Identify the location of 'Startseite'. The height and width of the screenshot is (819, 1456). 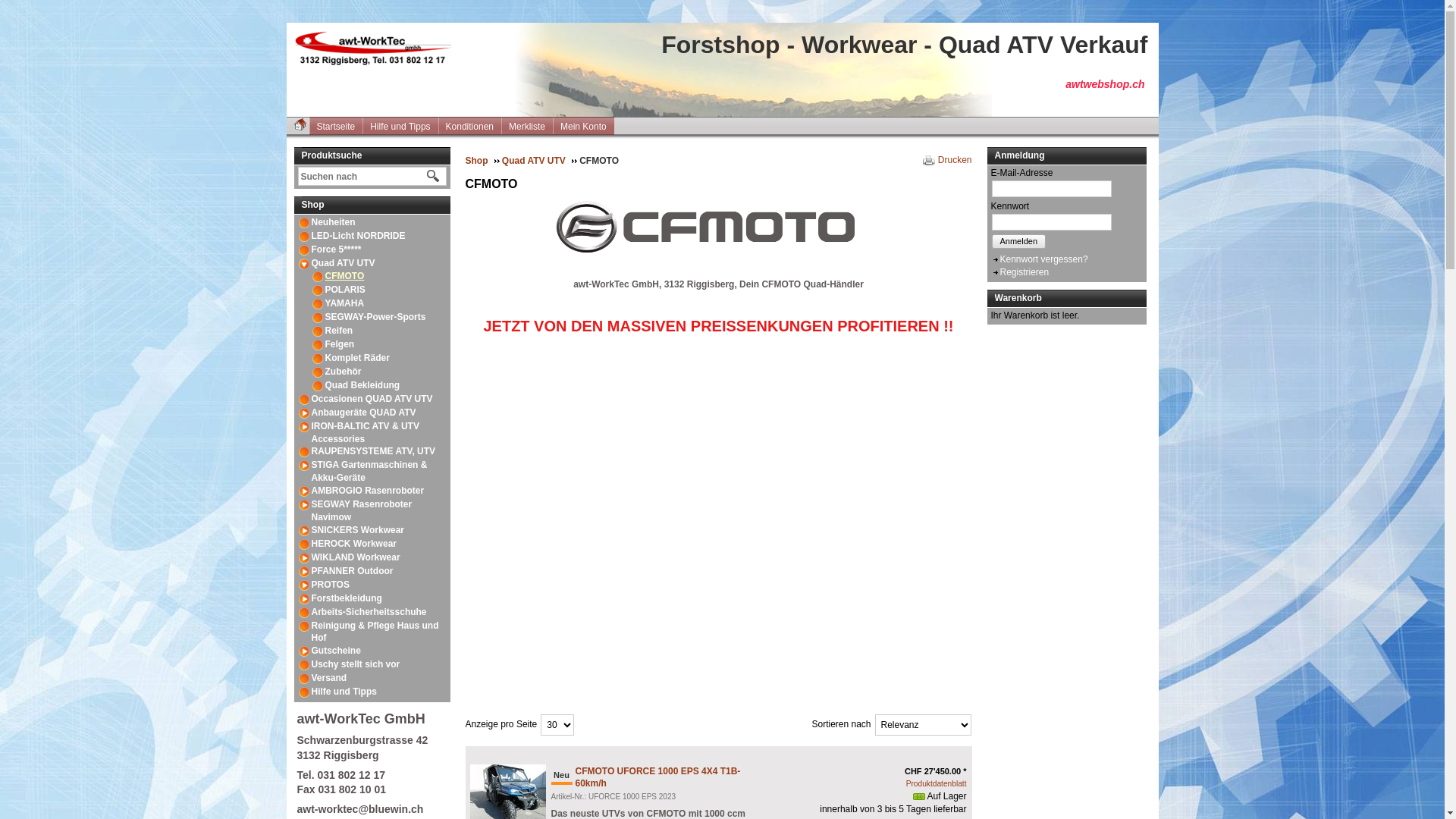
(339, 125).